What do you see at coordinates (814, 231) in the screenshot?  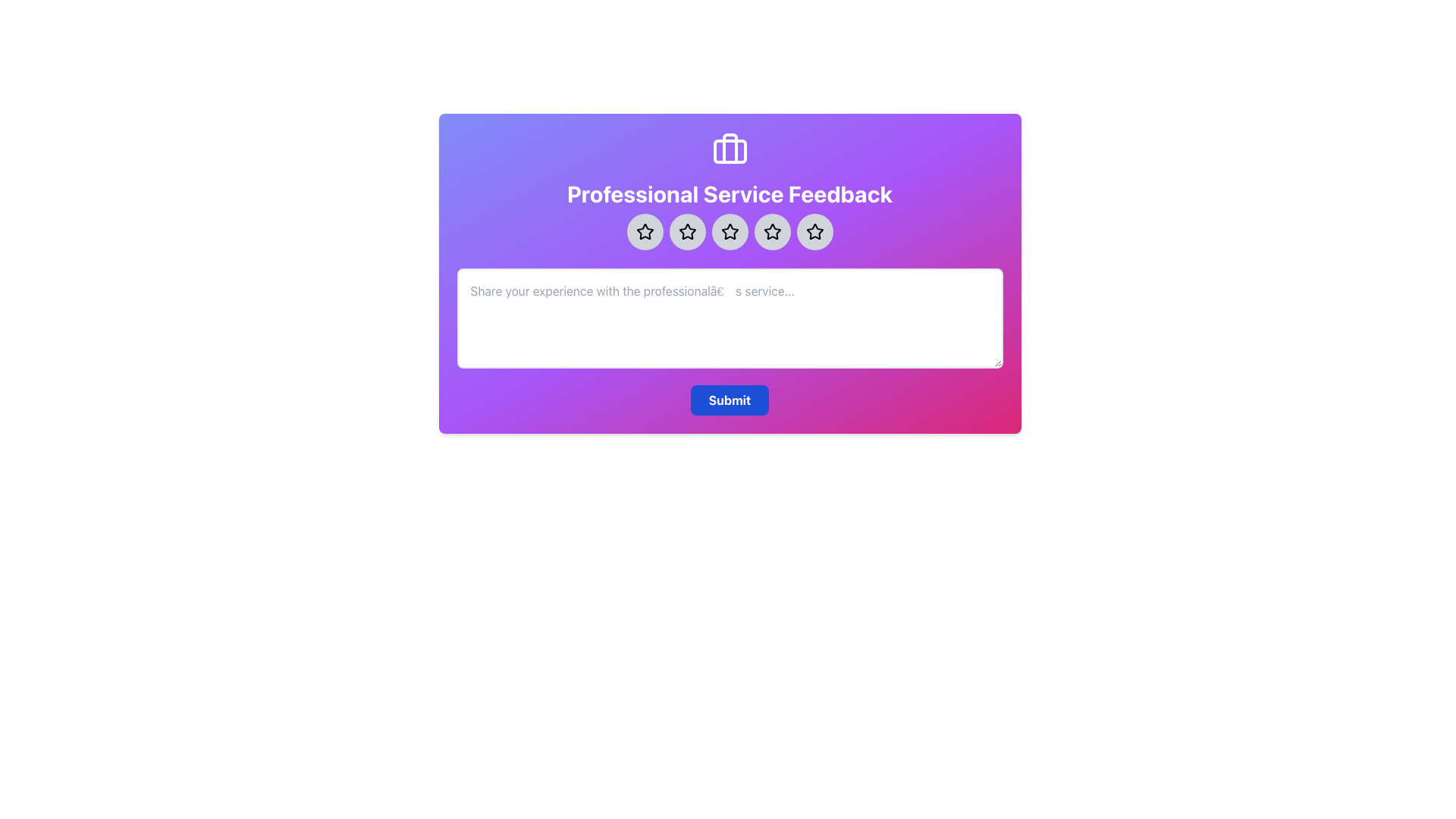 I see `the fifth star-shaped button with a gray background` at bounding box center [814, 231].